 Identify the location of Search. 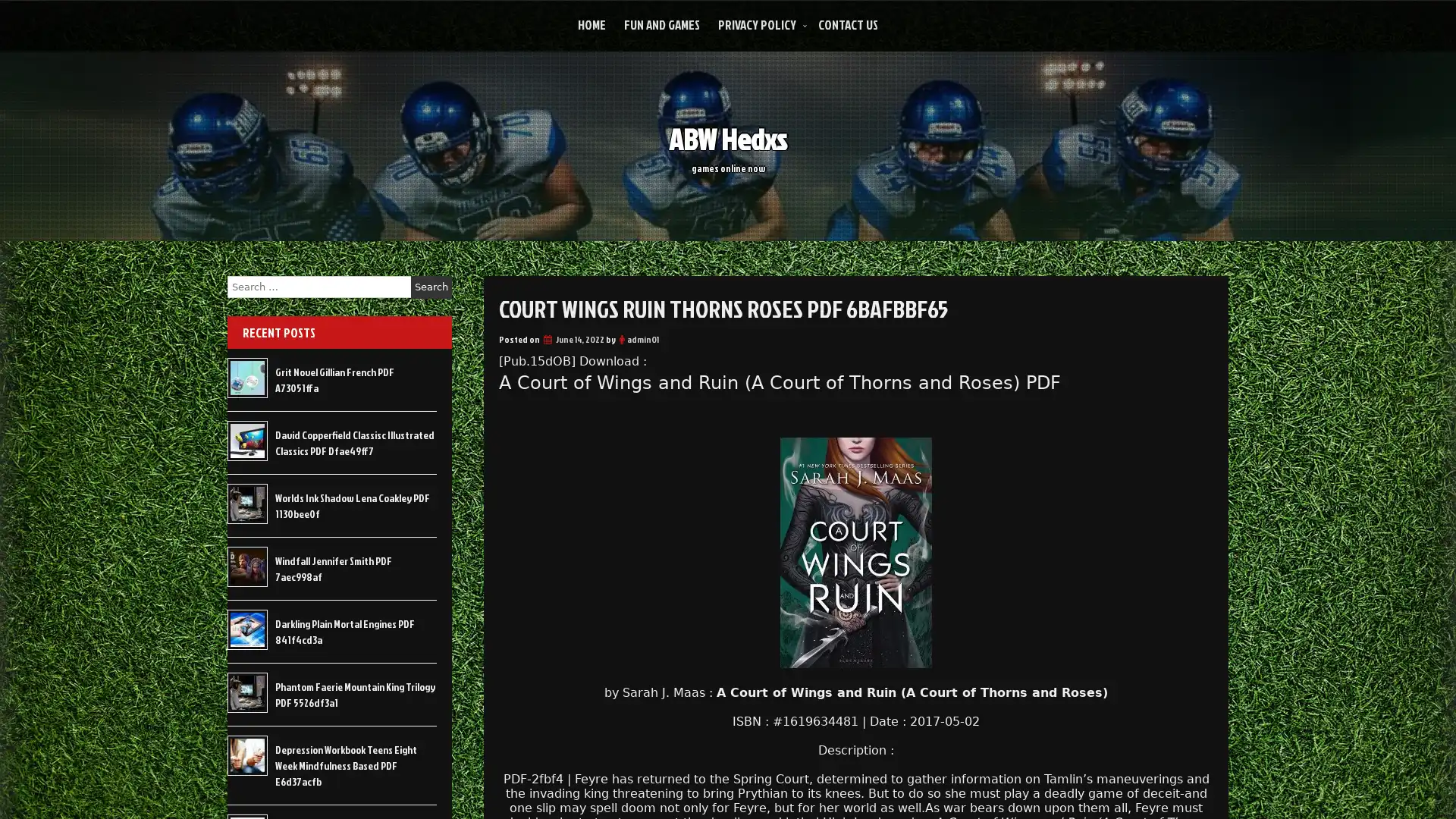
(431, 287).